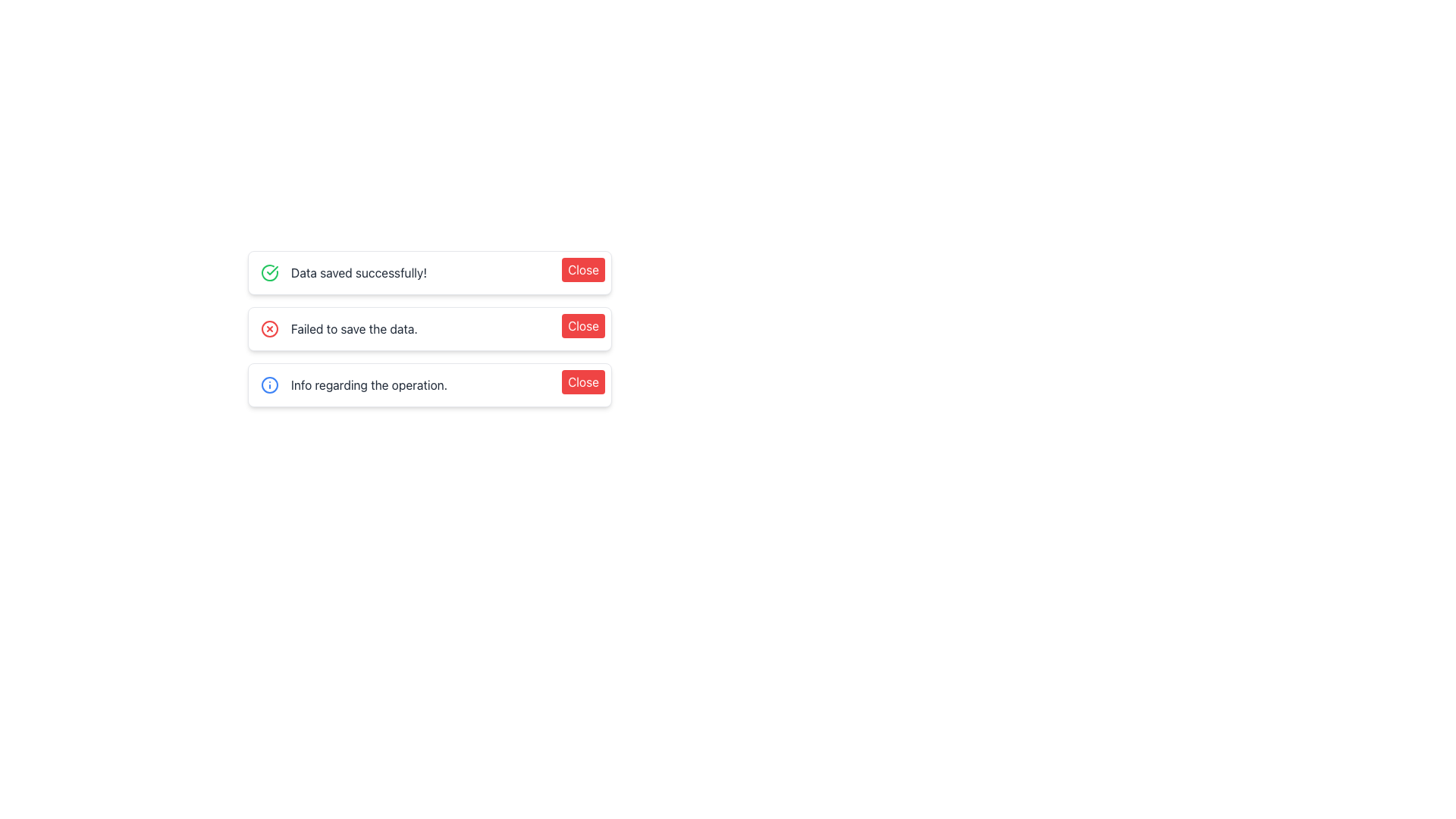 Image resolution: width=1456 pixels, height=819 pixels. I want to click on the informational message icon located within the third notification card, positioned to the left of the message text 'Info regarding the operation.', so click(269, 384).